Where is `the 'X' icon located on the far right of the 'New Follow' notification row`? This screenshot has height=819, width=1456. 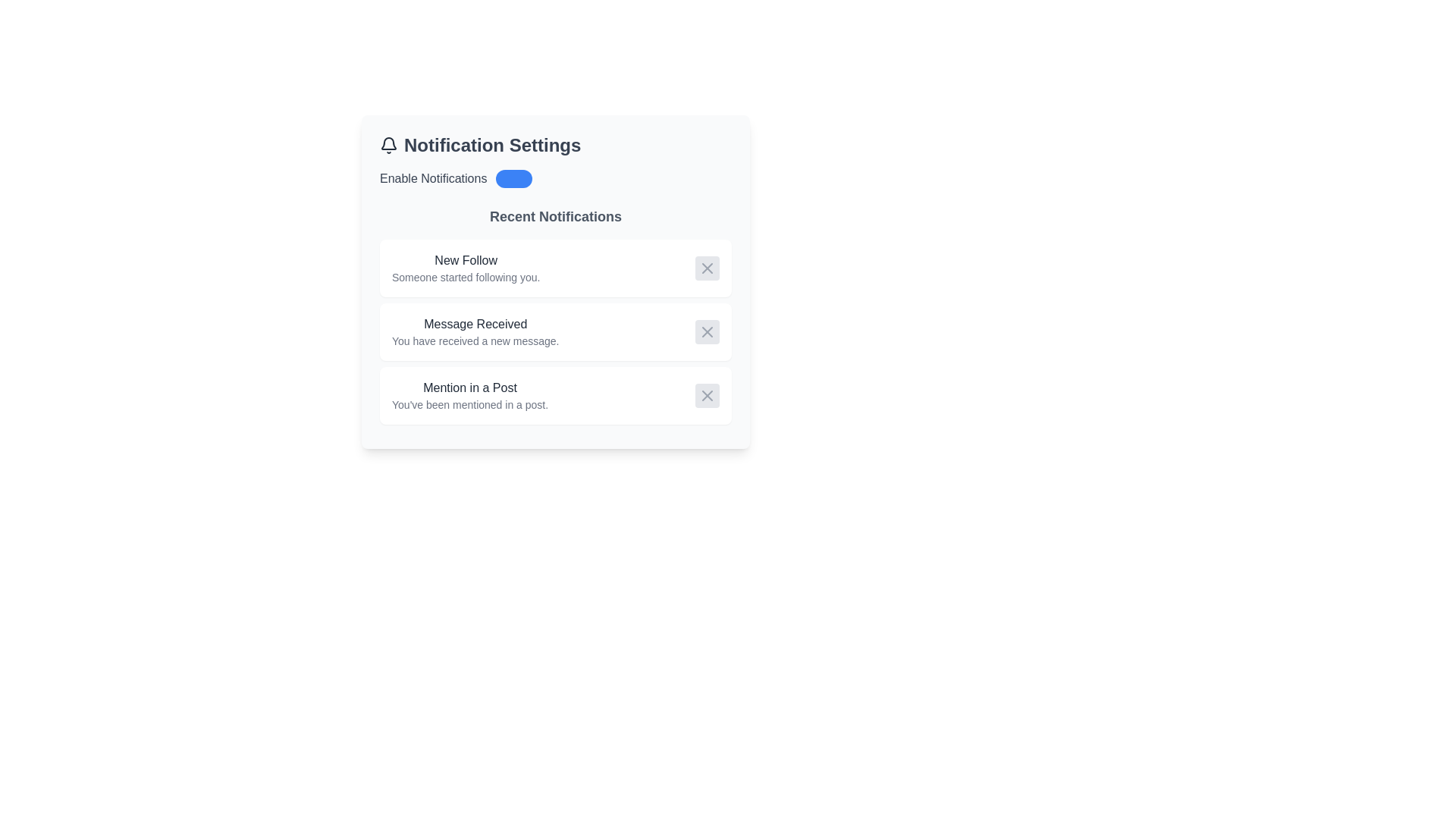
the 'X' icon located on the far right of the 'New Follow' notification row is located at coordinates (706, 268).